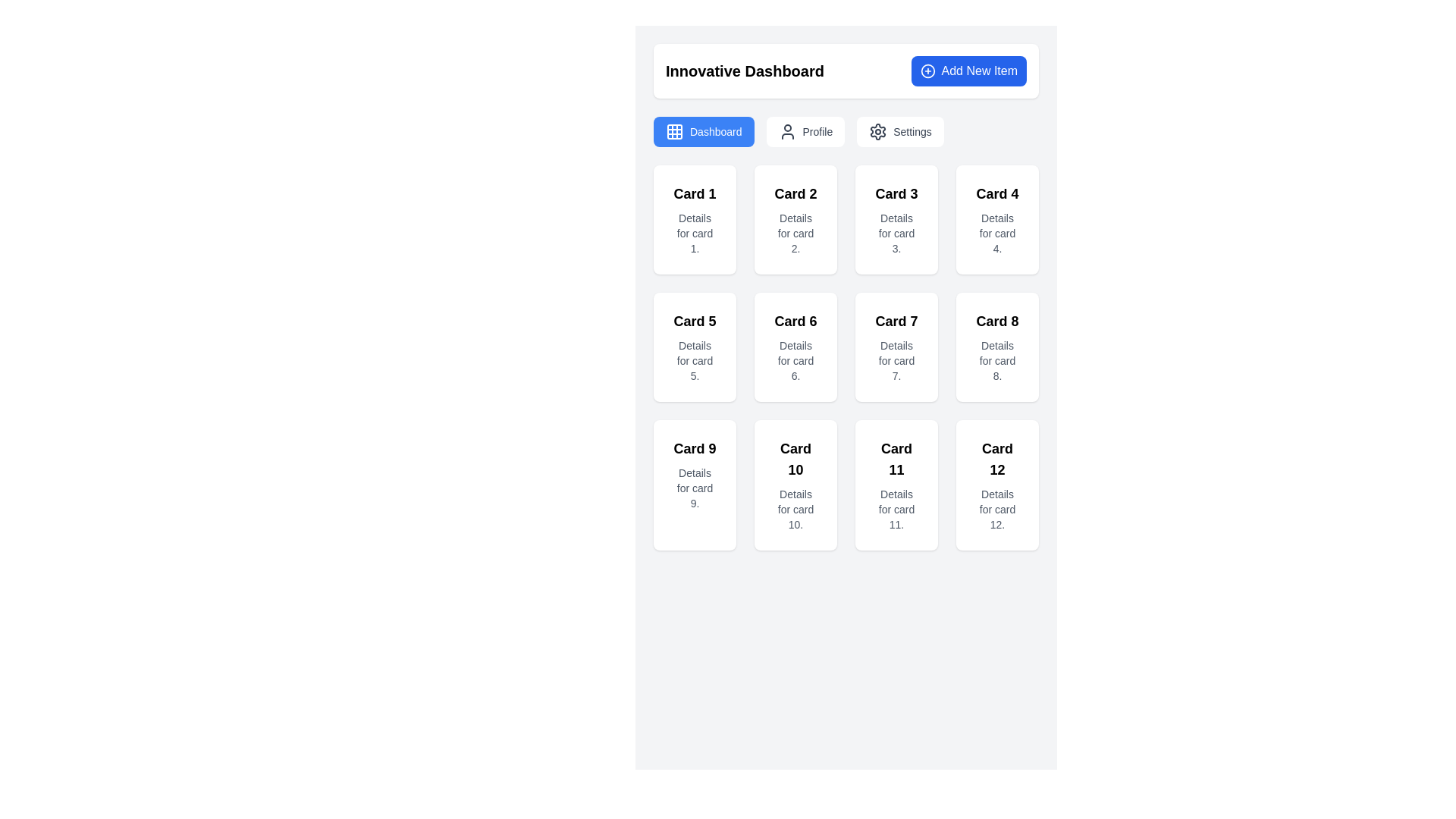 The width and height of the screenshot is (1456, 819). Describe the element at coordinates (997, 347) in the screenshot. I see `the content of 'Card 8', which is the eighth element in a 4x3 grid layout, located in the second row, fourth column` at that location.